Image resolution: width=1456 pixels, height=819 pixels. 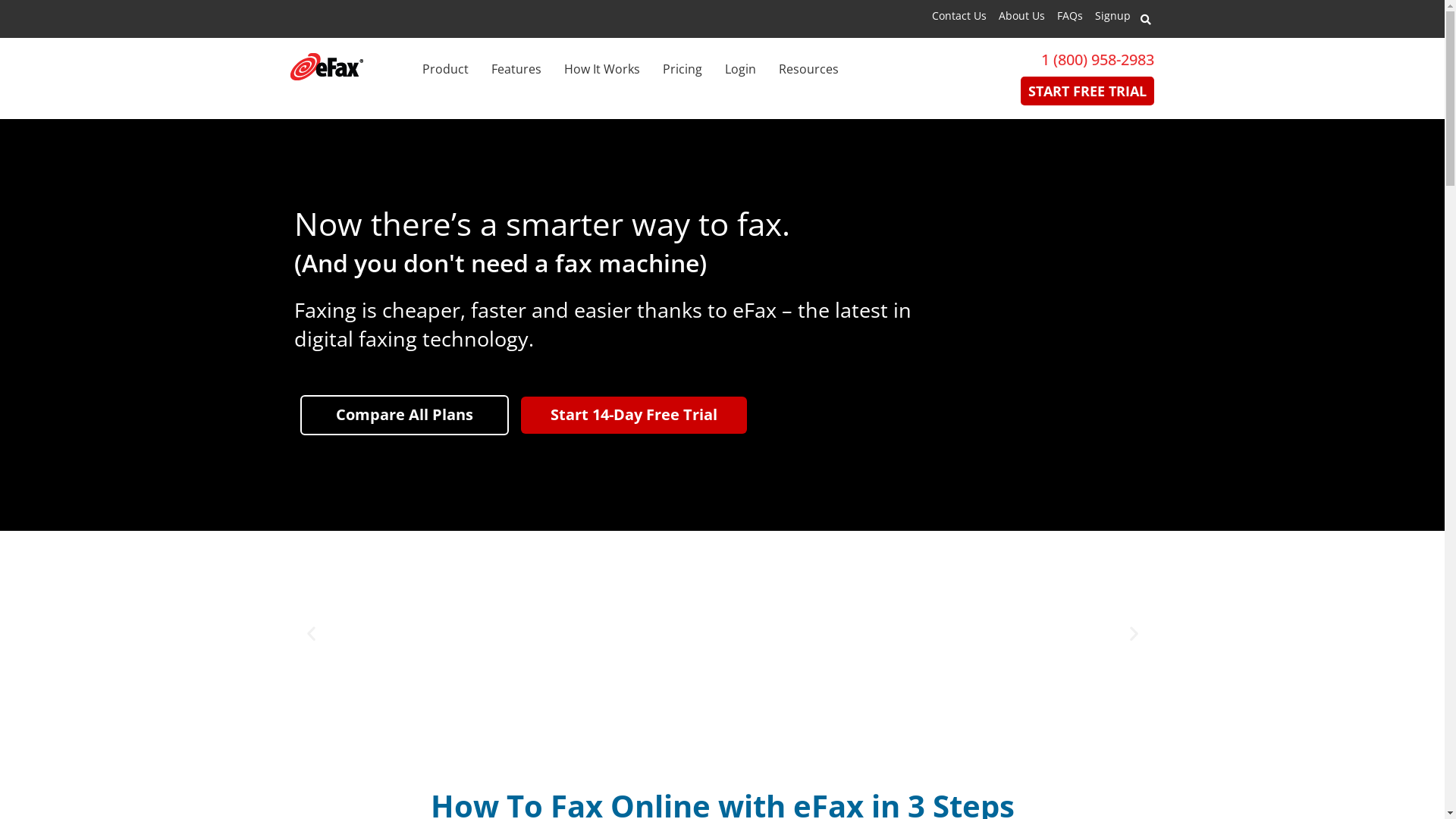 What do you see at coordinates (633, 415) in the screenshot?
I see `'Start 14-Day Free Trial'` at bounding box center [633, 415].